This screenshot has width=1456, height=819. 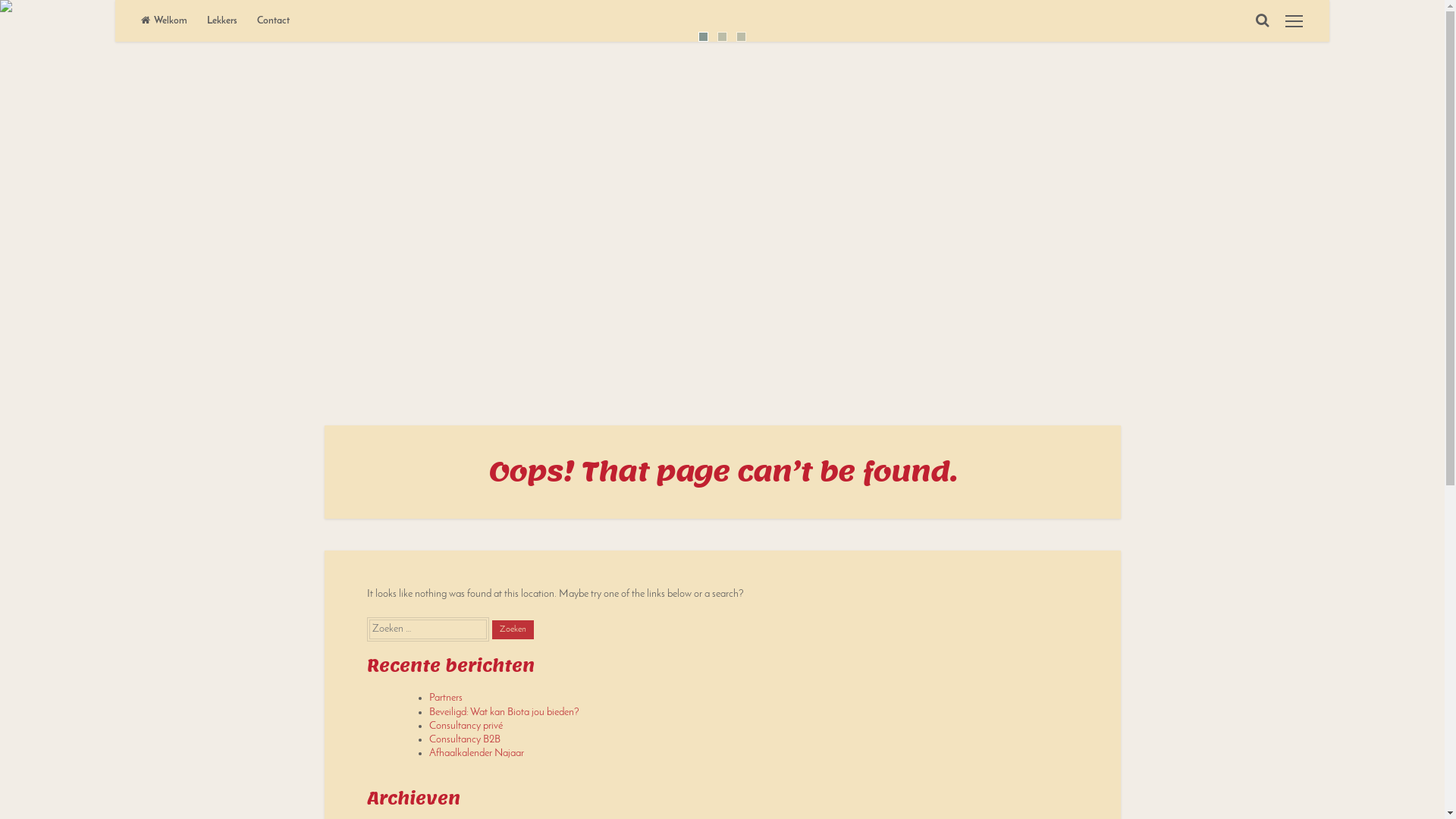 I want to click on 'Partners', so click(x=445, y=698).